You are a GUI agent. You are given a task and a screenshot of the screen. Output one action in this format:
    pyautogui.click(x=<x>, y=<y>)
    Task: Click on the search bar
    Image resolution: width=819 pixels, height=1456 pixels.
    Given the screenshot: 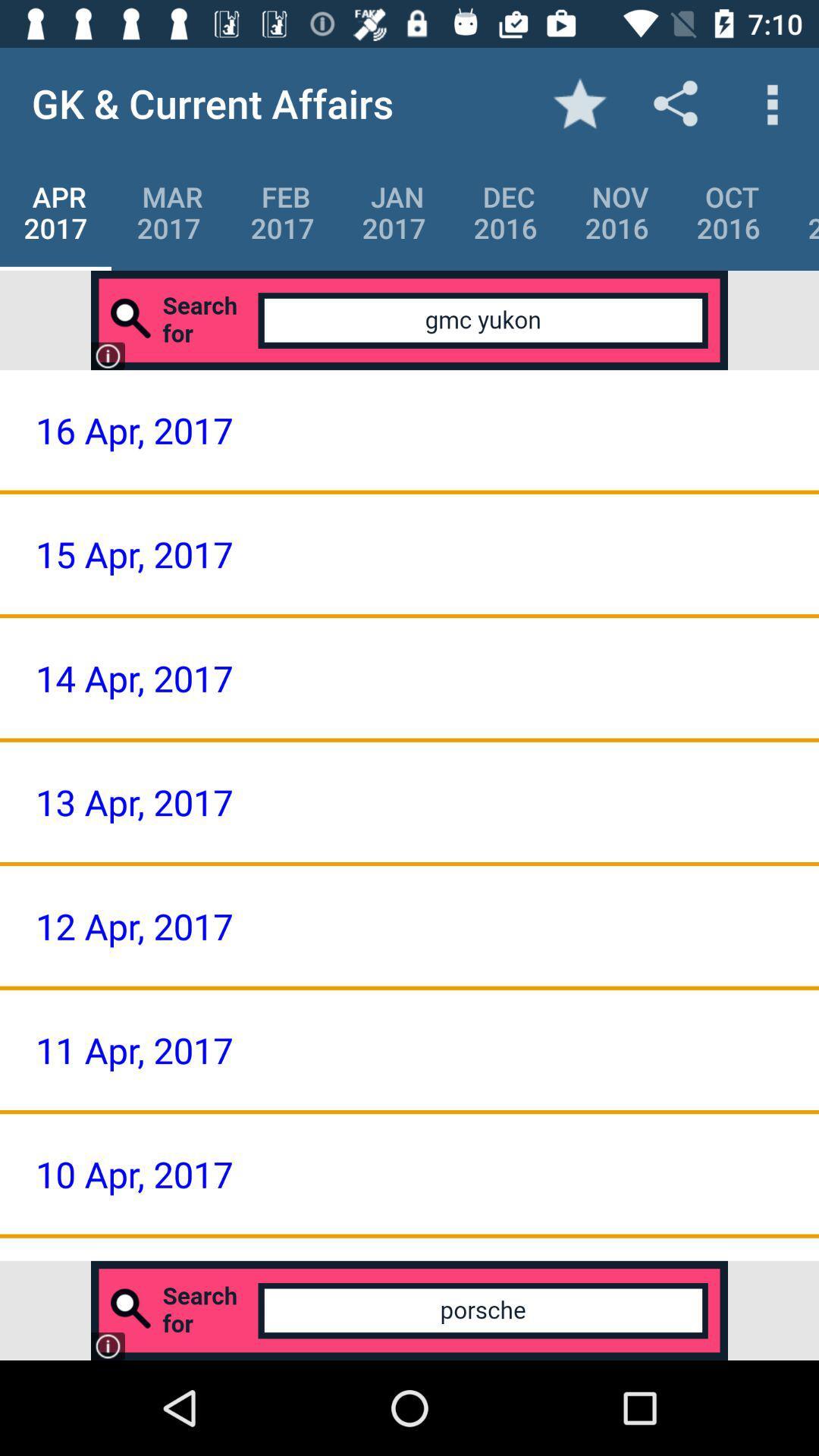 What is the action you would take?
    pyautogui.click(x=409, y=319)
    